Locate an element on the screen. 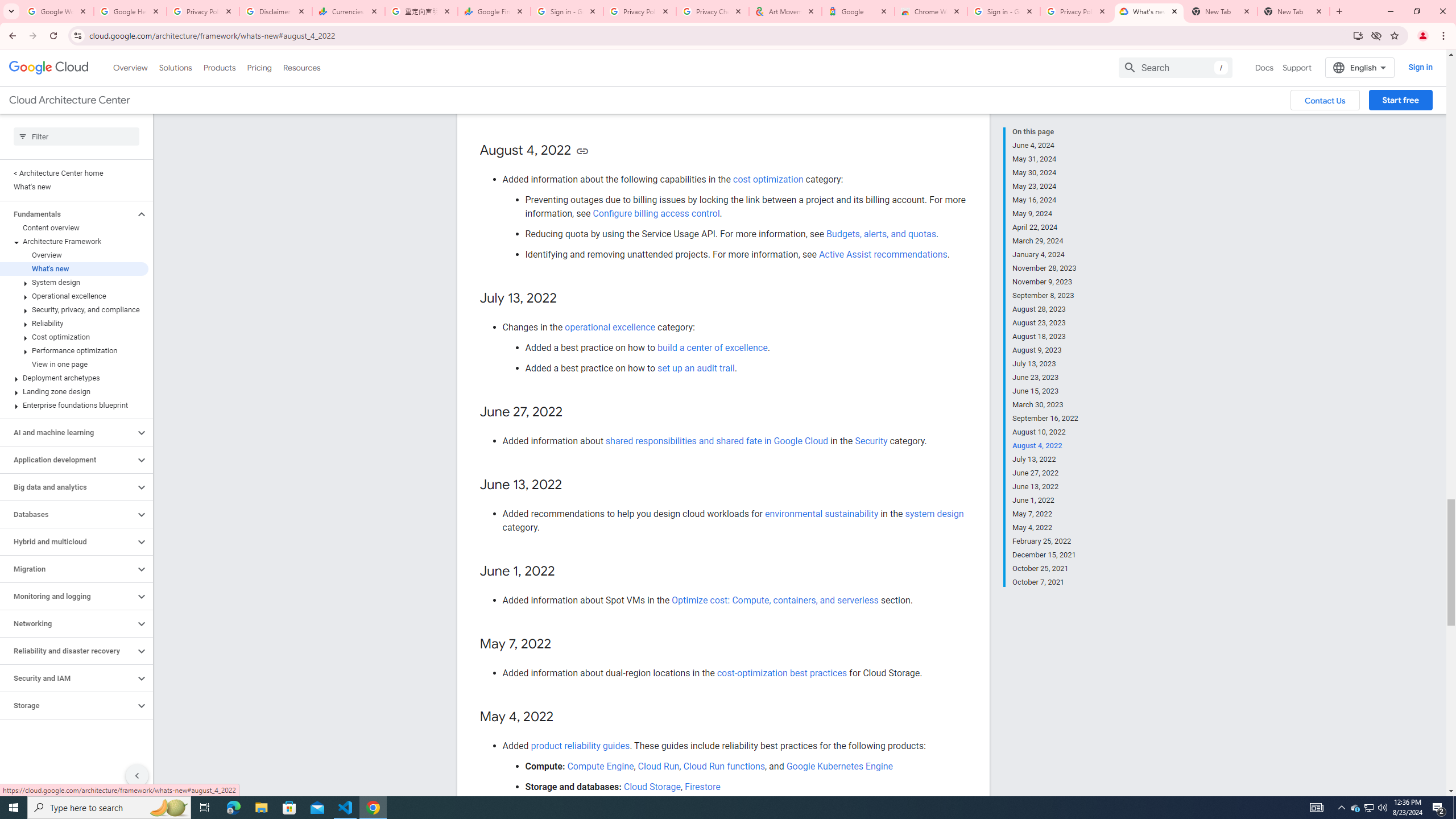  'May 30, 2024' is located at coordinates (1045, 172).